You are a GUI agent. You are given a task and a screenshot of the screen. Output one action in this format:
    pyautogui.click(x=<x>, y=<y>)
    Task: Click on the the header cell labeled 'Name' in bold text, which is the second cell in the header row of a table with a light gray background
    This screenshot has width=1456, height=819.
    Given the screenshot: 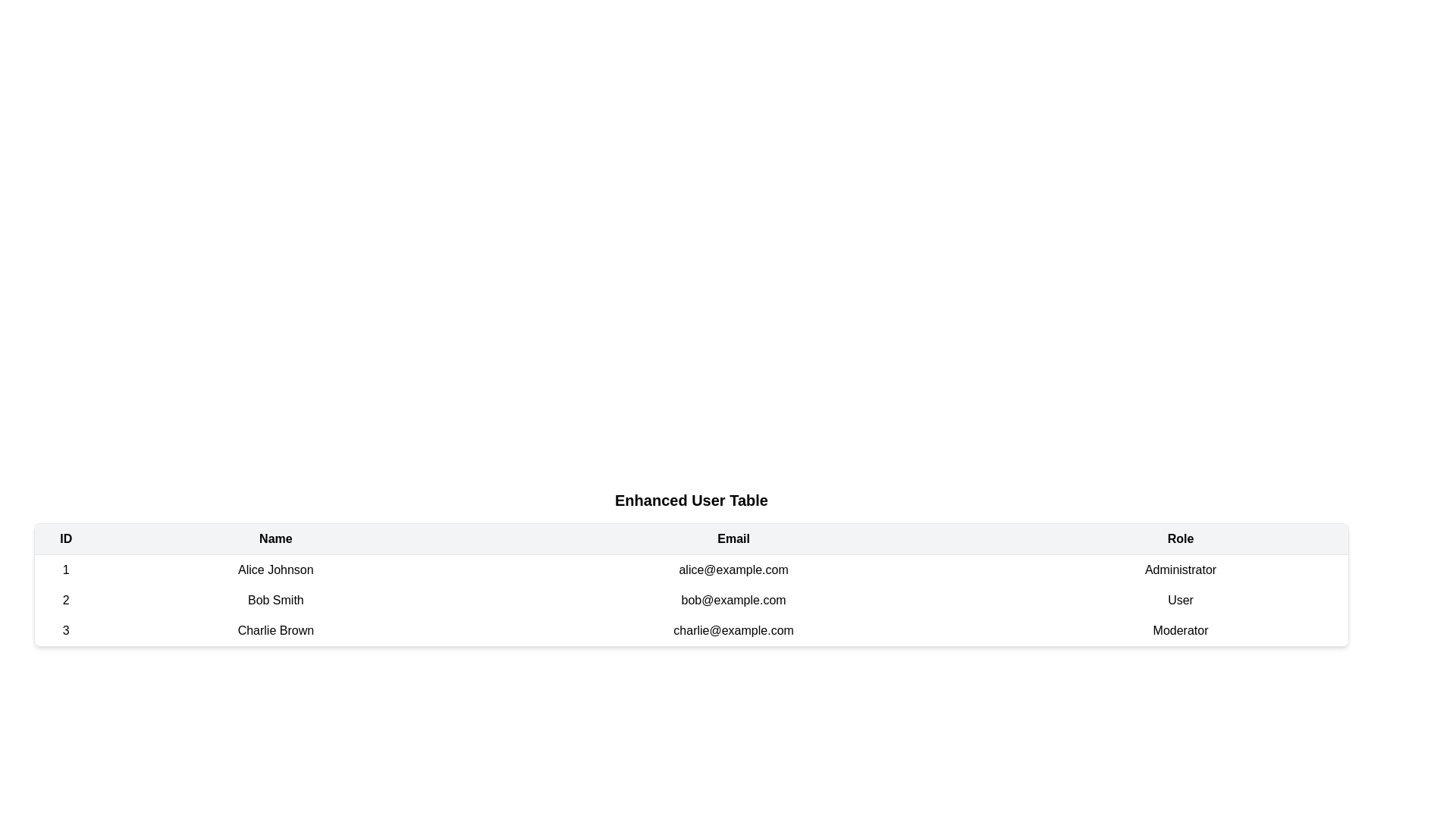 What is the action you would take?
    pyautogui.click(x=275, y=538)
    